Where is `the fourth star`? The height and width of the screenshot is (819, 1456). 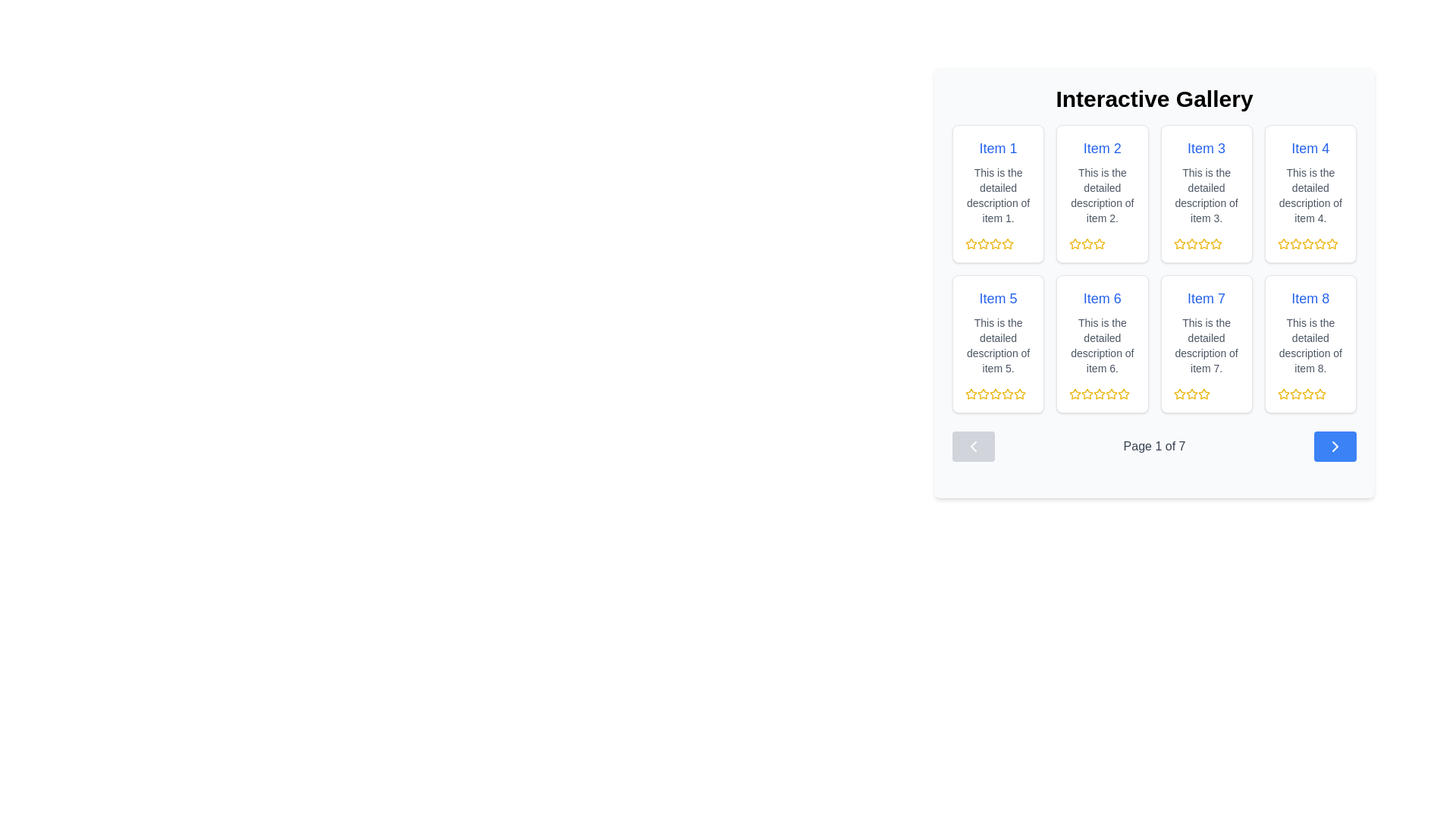 the fourth star is located at coordinates (996, 243).